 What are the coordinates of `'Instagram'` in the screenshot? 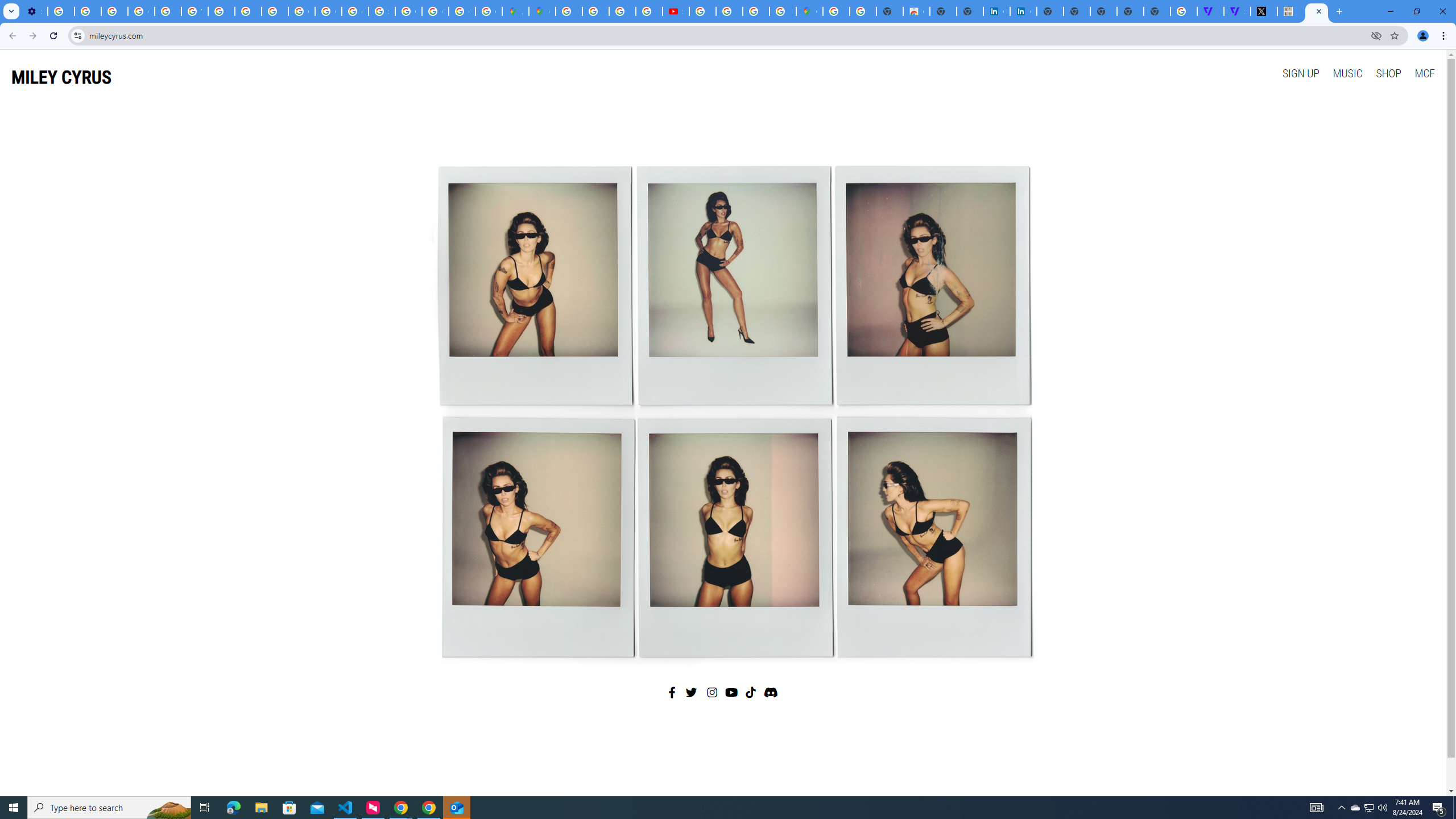 It's located at (712, 692).